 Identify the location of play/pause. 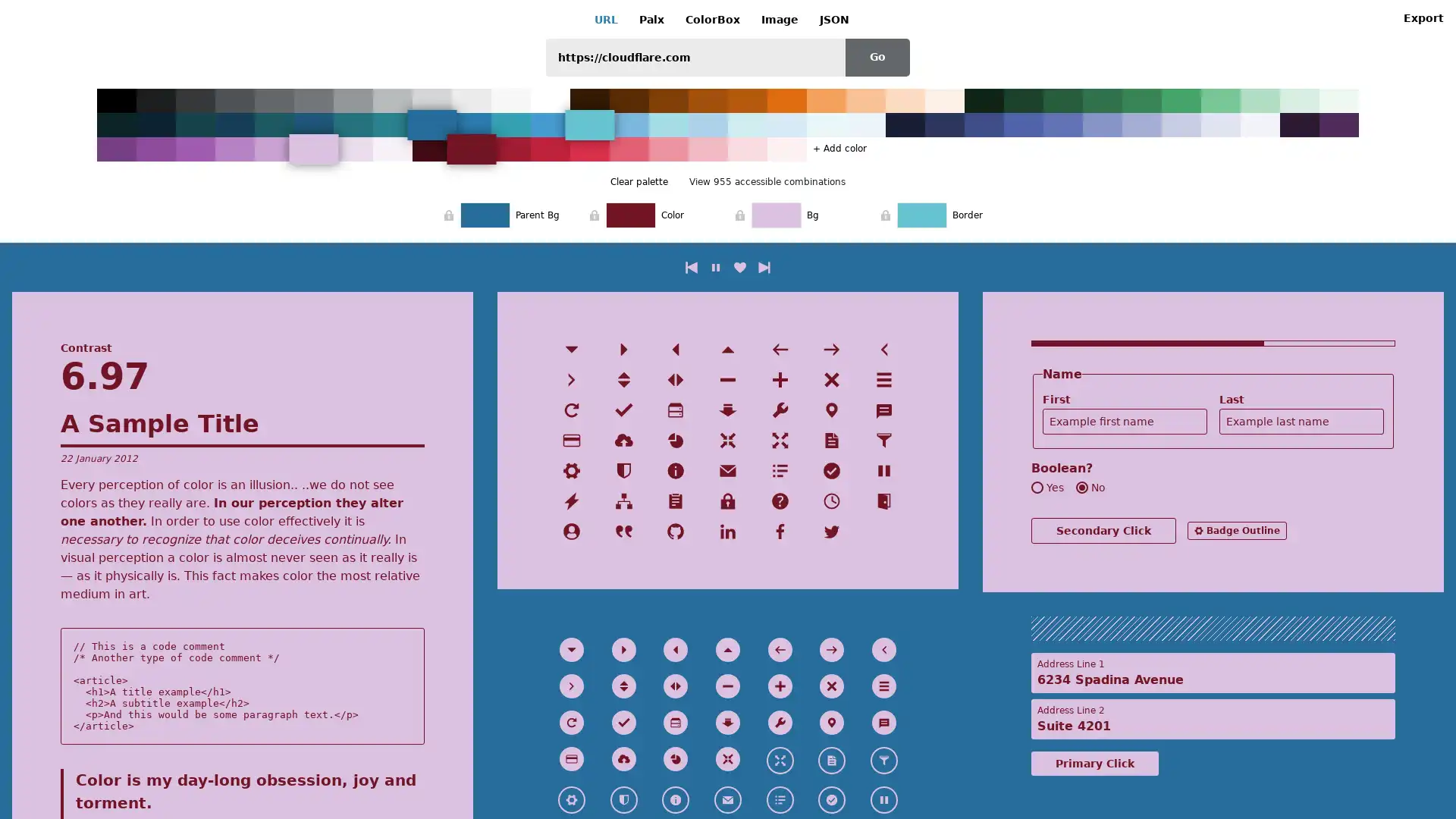
(715, 265).